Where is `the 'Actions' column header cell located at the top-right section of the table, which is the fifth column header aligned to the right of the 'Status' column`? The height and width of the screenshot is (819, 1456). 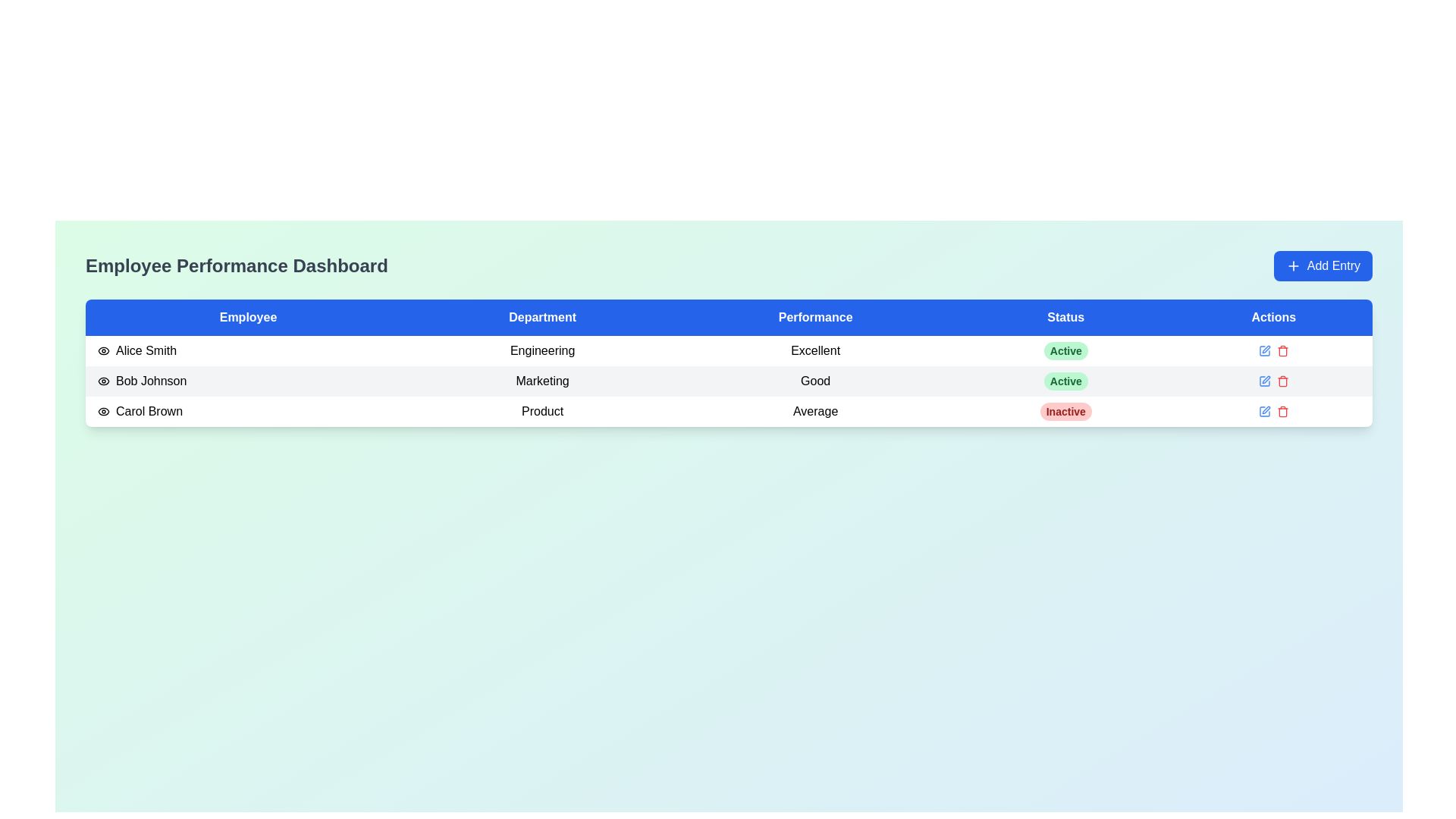 the 'Actions' column header cell located at the top-right section of the table, which is the fifth column header aligned to the right of the 'Status' column is located at coordinates (1273, 317).